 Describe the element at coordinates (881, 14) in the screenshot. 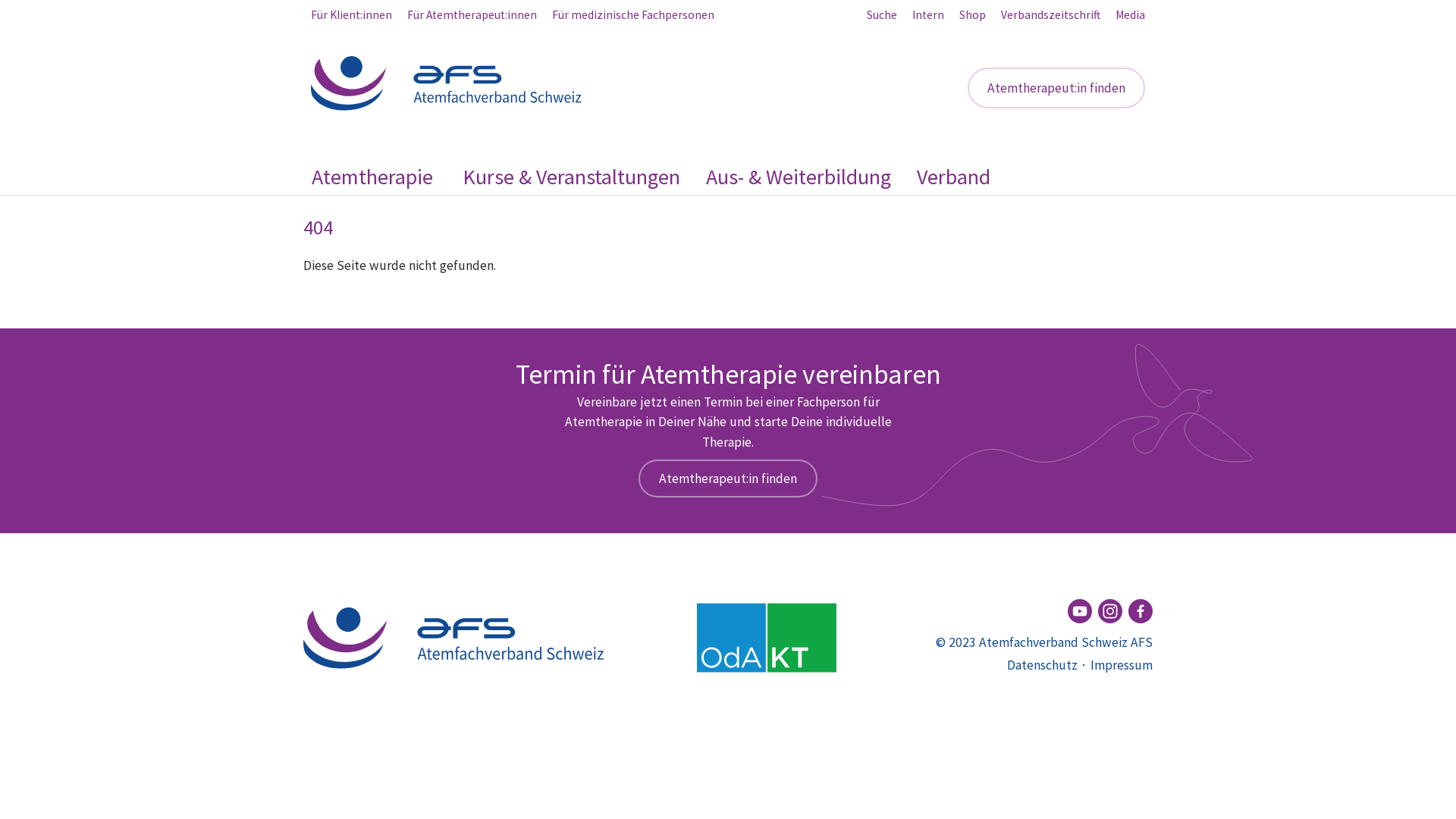

I see `'Suche'` at that location.